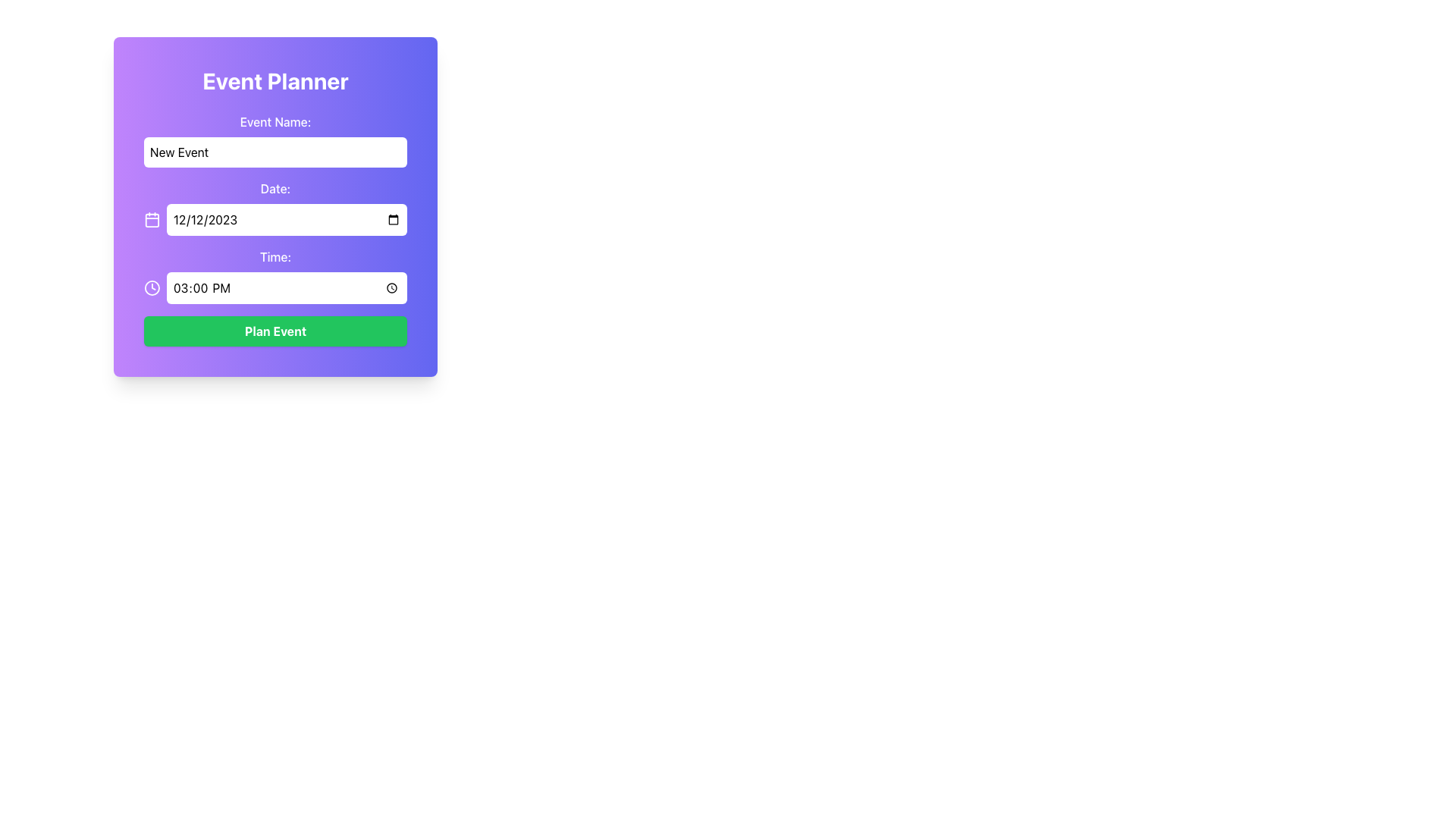 This screenshot has width=1456, height=819. Describe the element at coordinates (275, 140) in the screenshot. I see `the text input field labeled 'Event Name:' to focus on it for data entry` at that location.